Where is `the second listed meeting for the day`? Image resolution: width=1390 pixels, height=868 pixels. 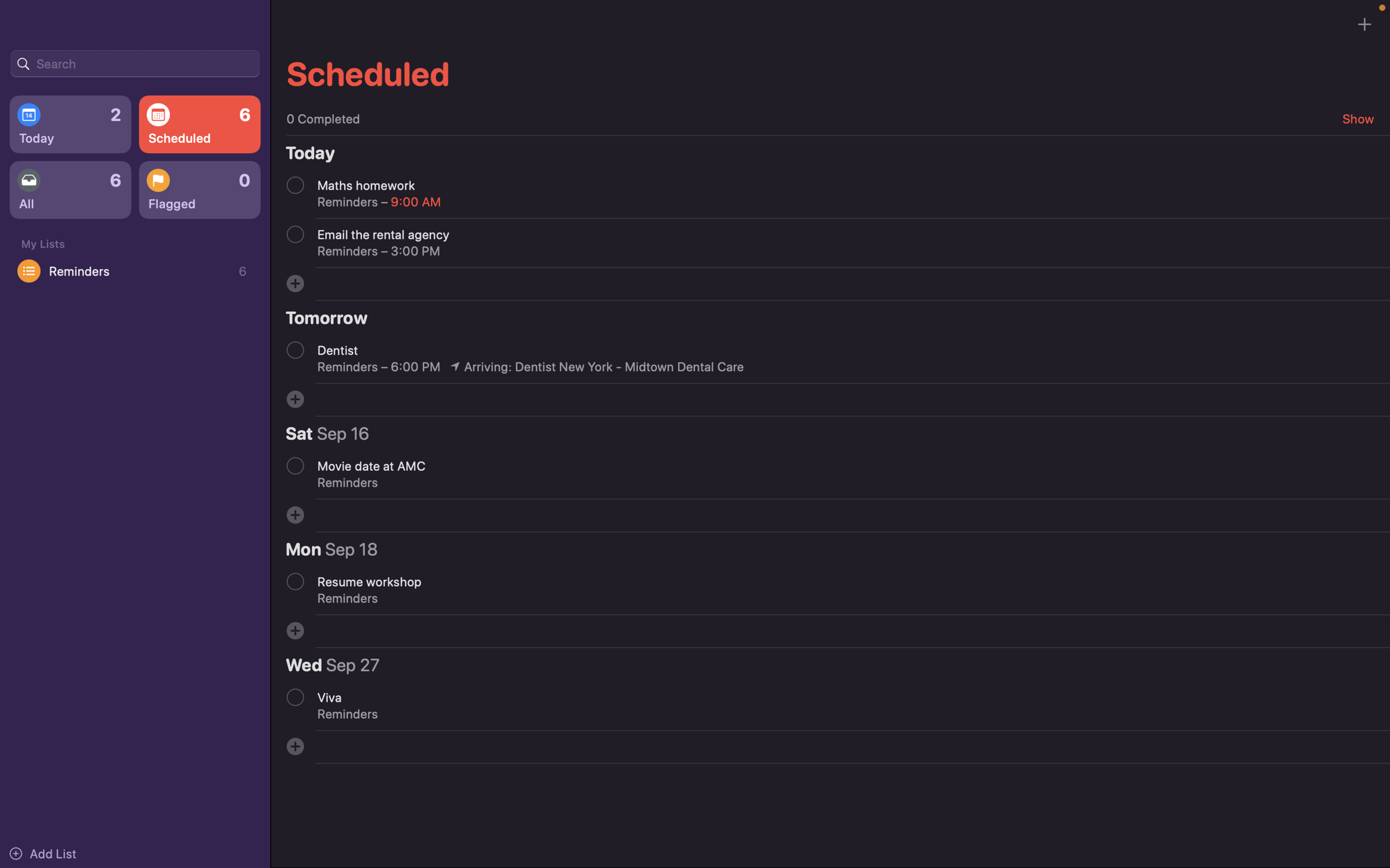
the second listed meeting for the day is located at coordinates (295, 234).